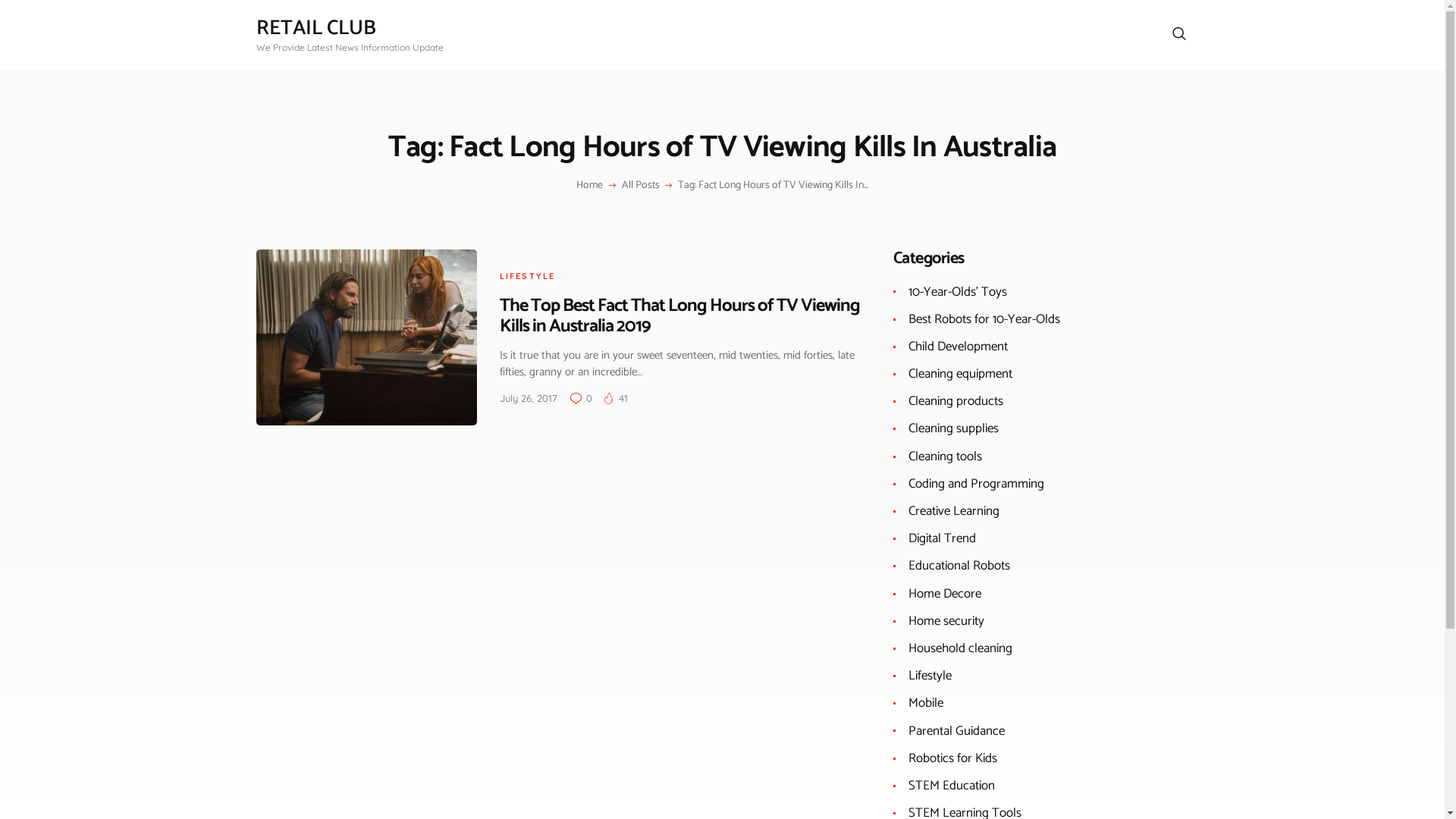 The width and height of the screenshot is (1456, 819). Describe the element at coordinates (976, 483) in the screenshot. I see `'Coding and Programming'` at that location.